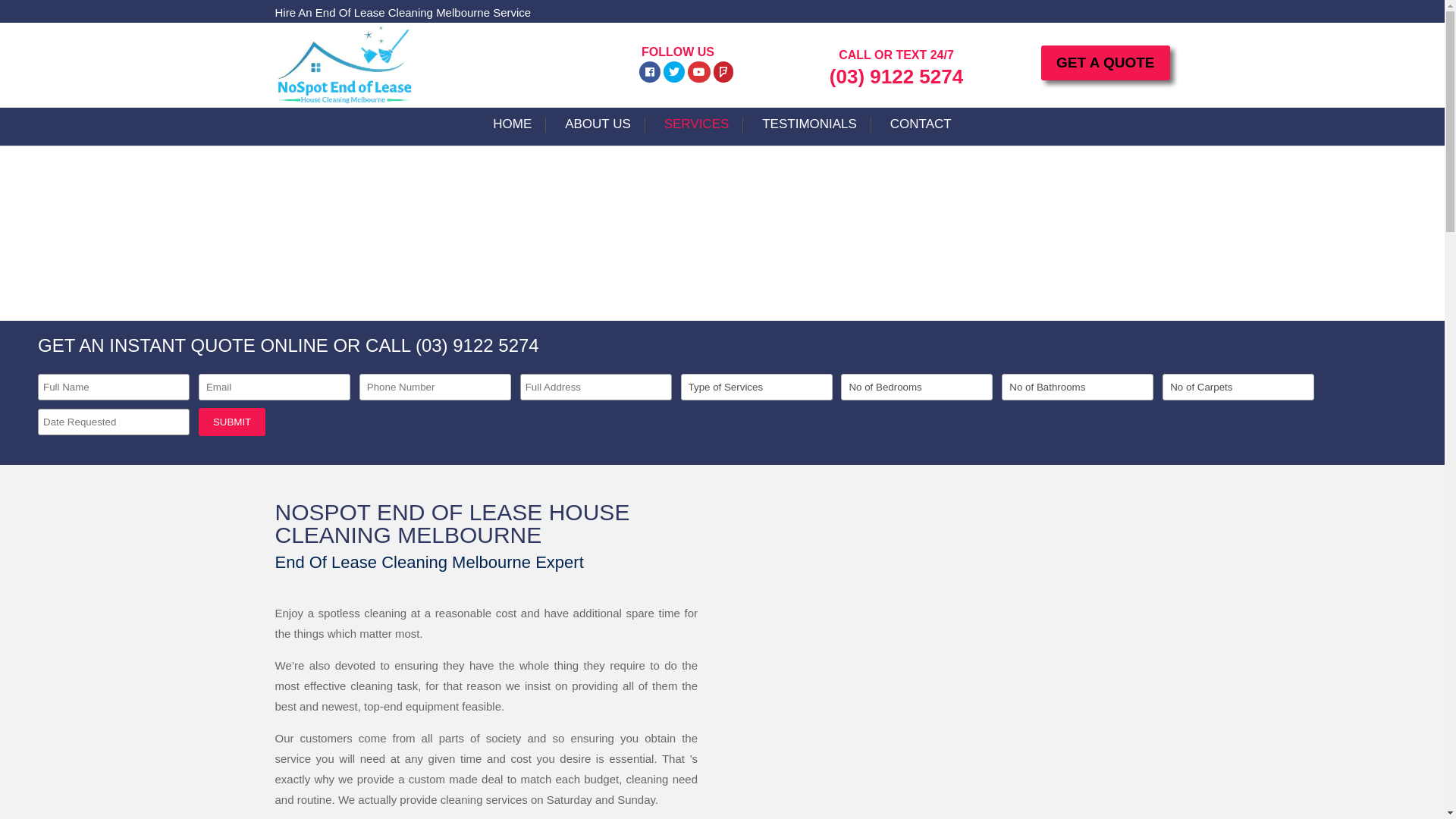 The image size is (1456, 819). Describe the element at coordinates (597, 130) in the screenshot. I see `'ABOUT US'` at that location.